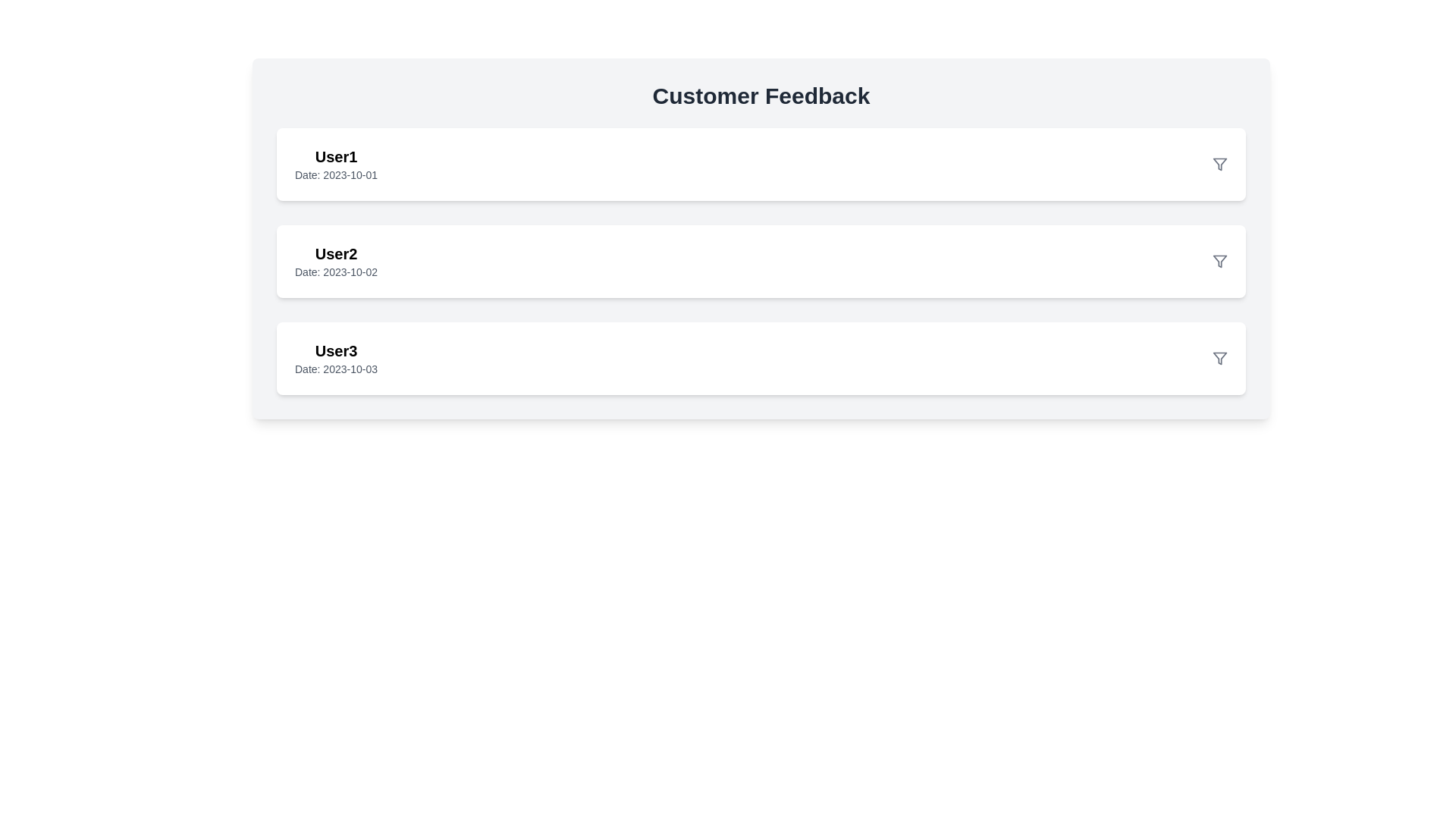 The width and height of the screenshot is (1456, 819). Describe the element at coordinates (335, 369) in the screenshot. I see `the static text label displaying 'Date: 2023-10-03', which is located directly below the 'User3' text in a small, gray font` at that location.